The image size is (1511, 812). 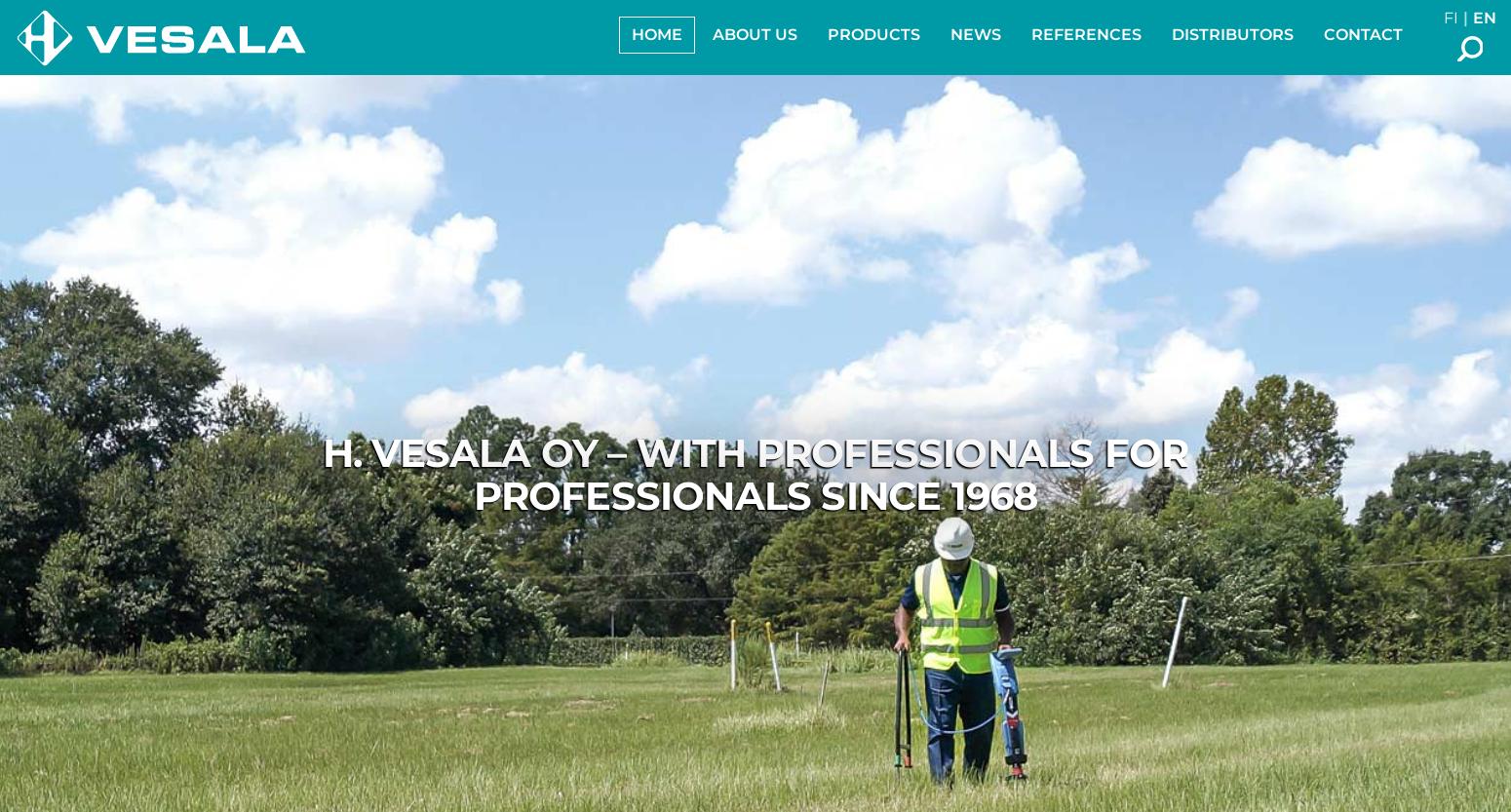 I want to click on 'fi', so click(x=1451, y=18).